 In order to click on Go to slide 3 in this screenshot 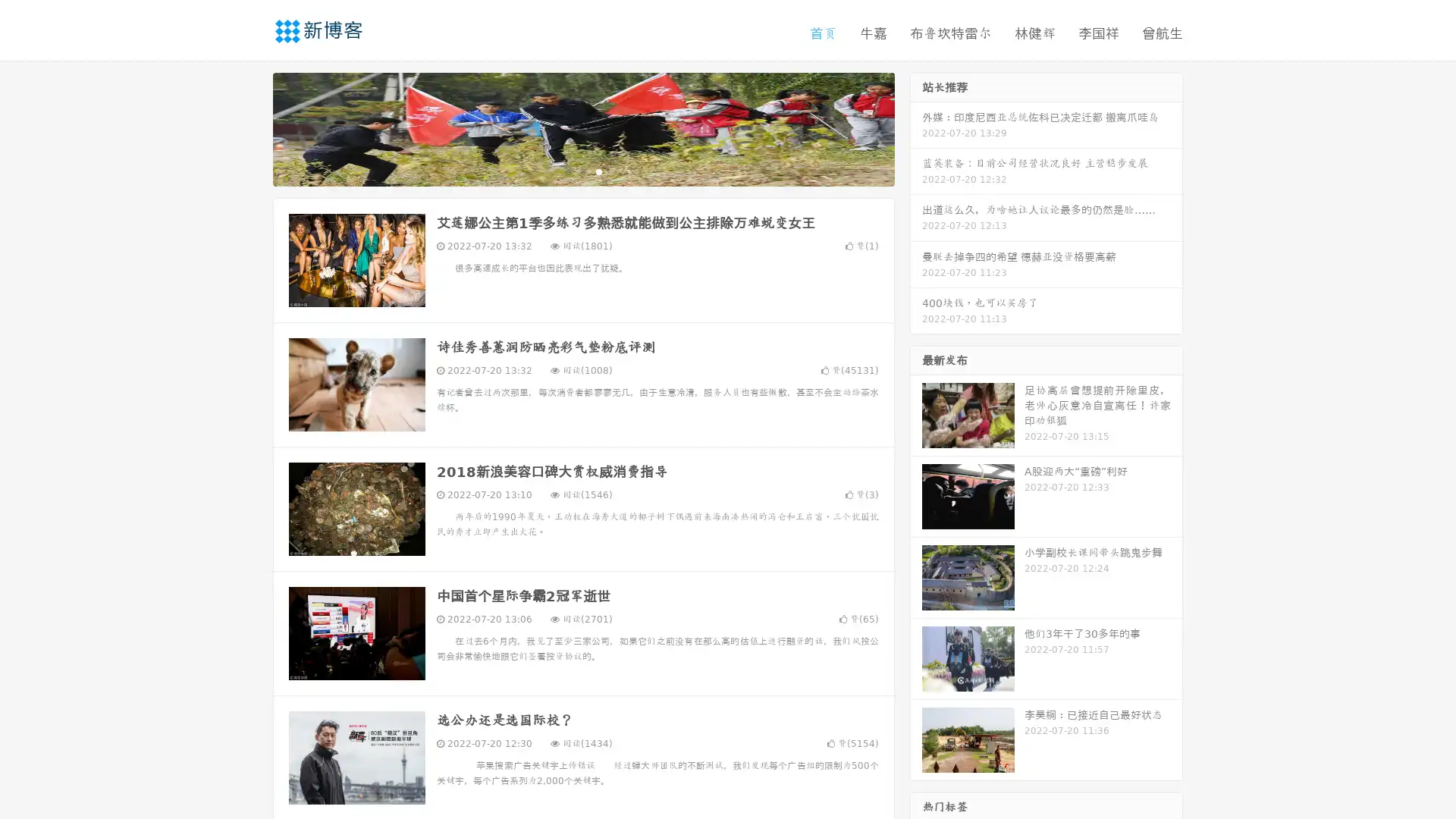, I will do `click(598, 171)`.